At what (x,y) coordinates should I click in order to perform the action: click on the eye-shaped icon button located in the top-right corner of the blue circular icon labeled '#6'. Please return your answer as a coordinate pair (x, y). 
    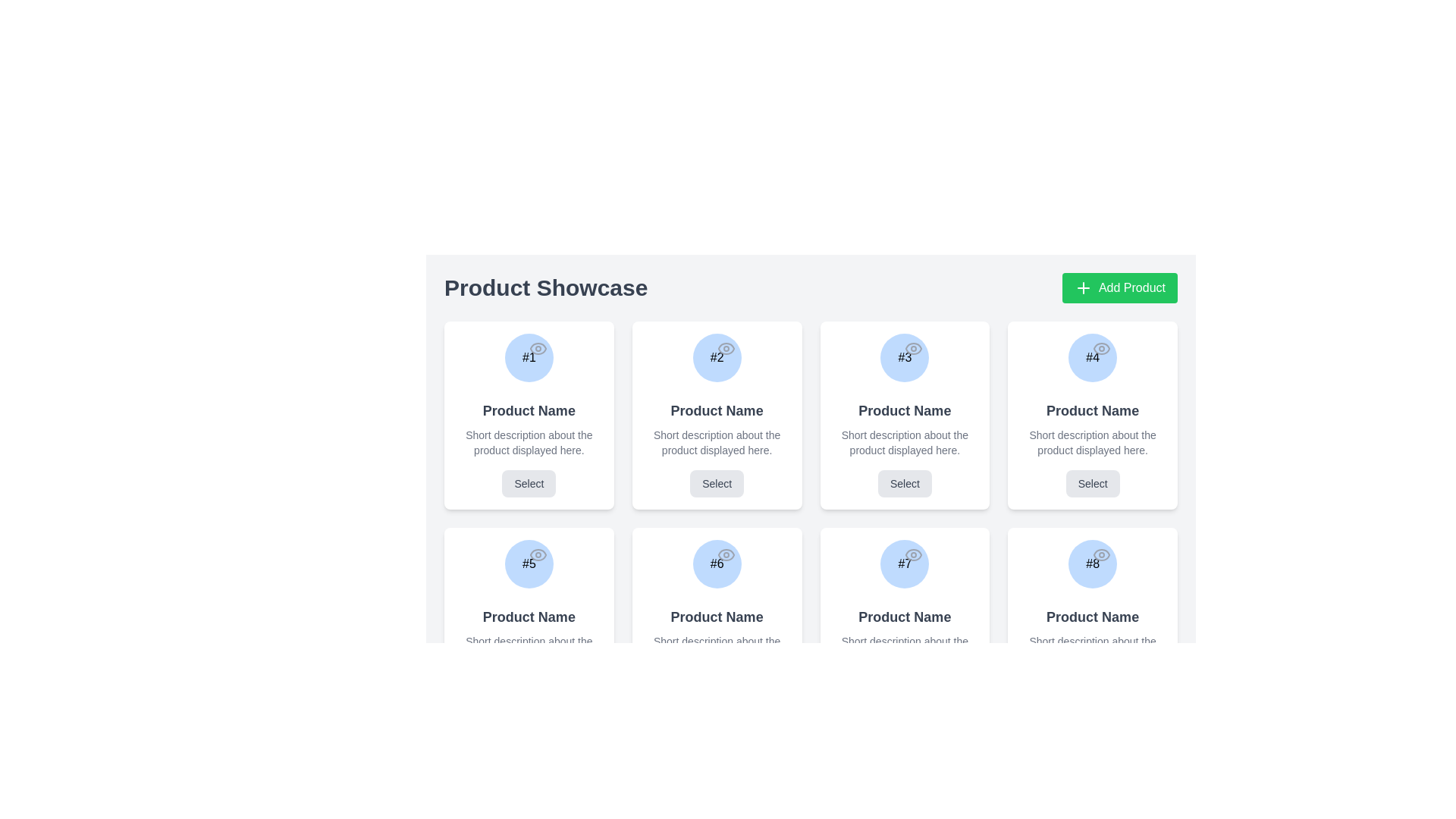
    Looking at the image, I should click on (725, 555).